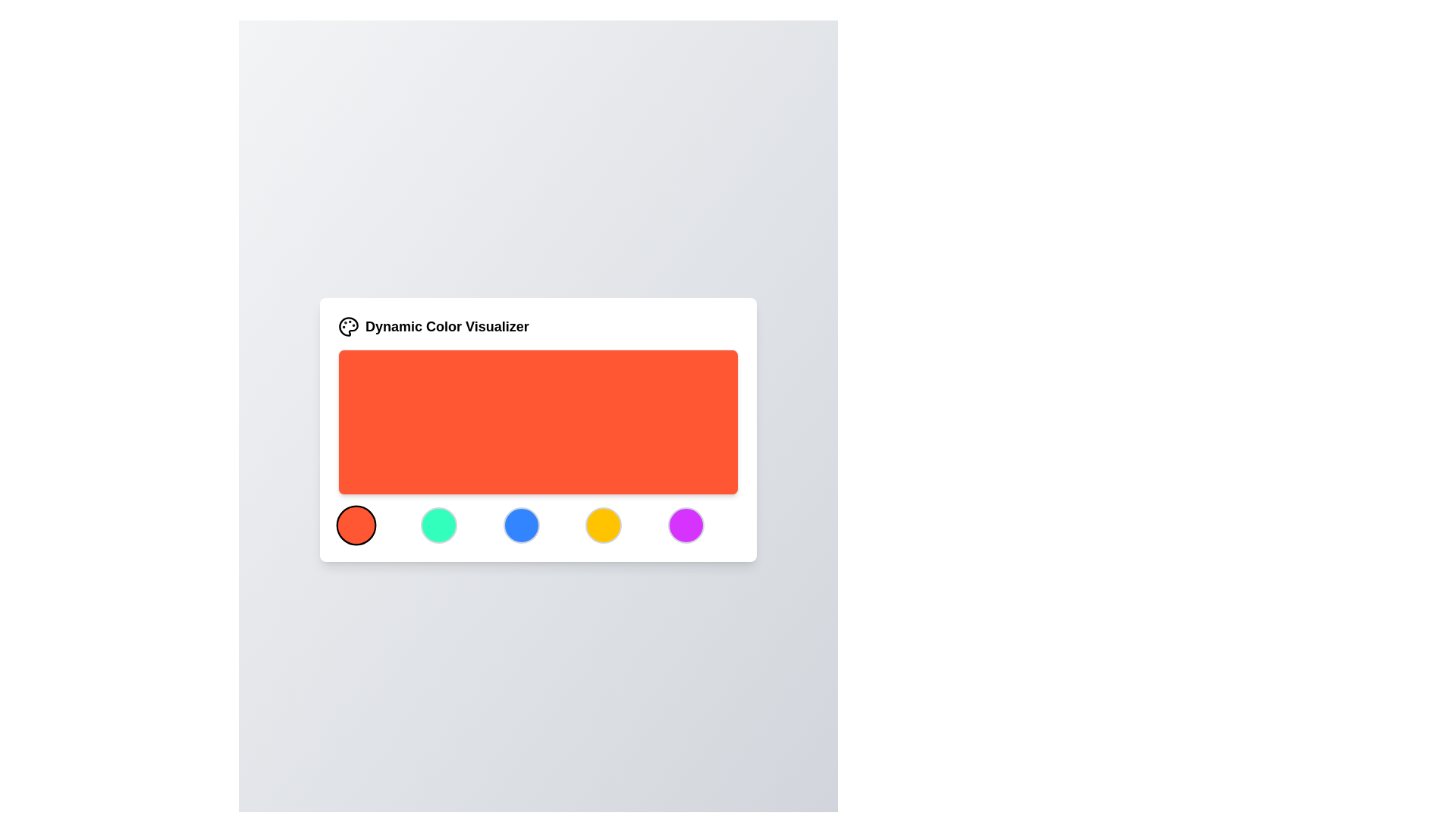 The height and width of the screenshot is (819, 1456). Describe the element at coordinates (538, 525) in the screenshot. I see `each of the five interactive circular buttons in the color selection grid located at the bottom of the 'Dynamic Color Visualizer' card` at that location.